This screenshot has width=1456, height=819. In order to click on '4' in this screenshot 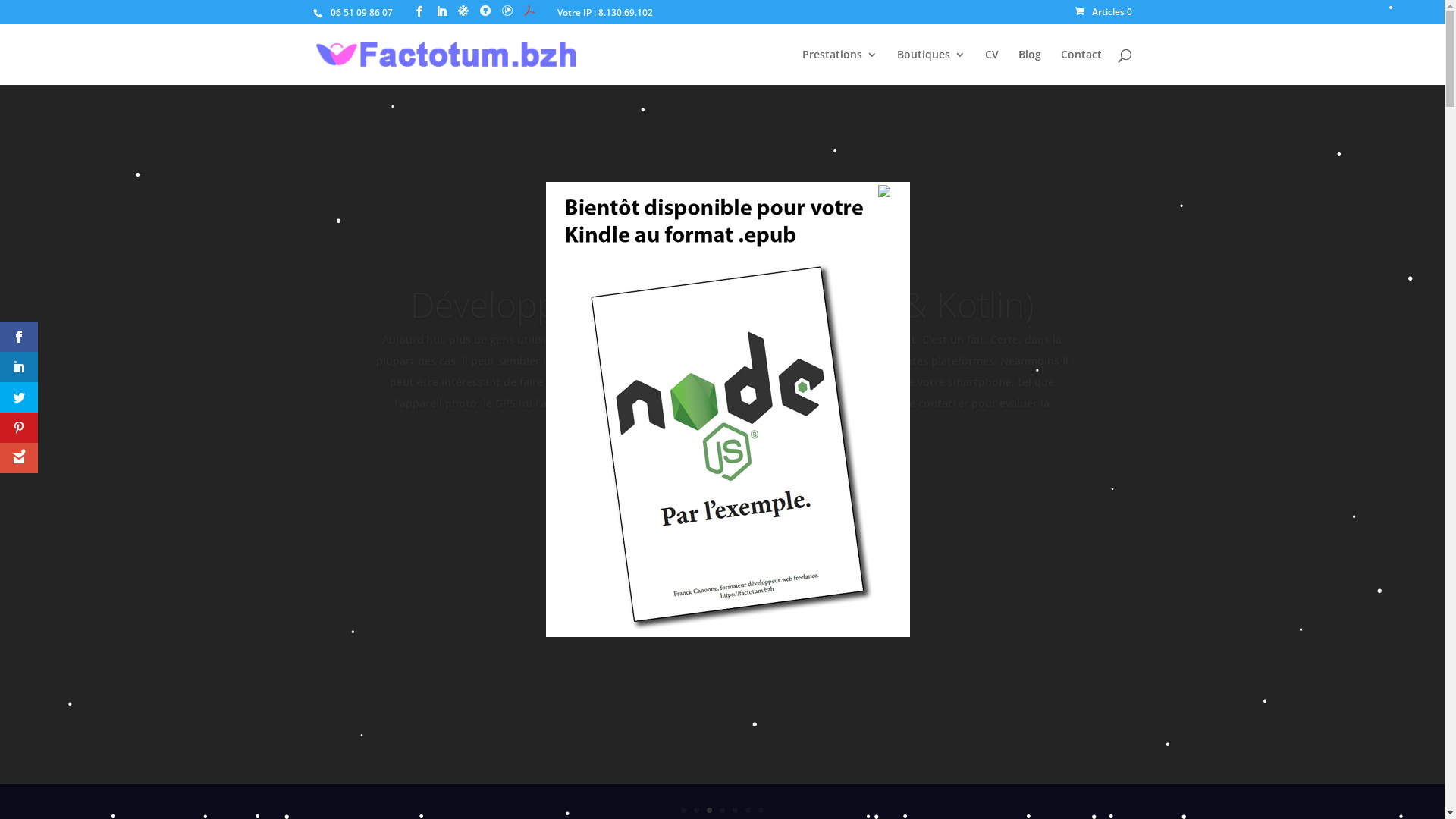, I will do `click(721, 809)`.